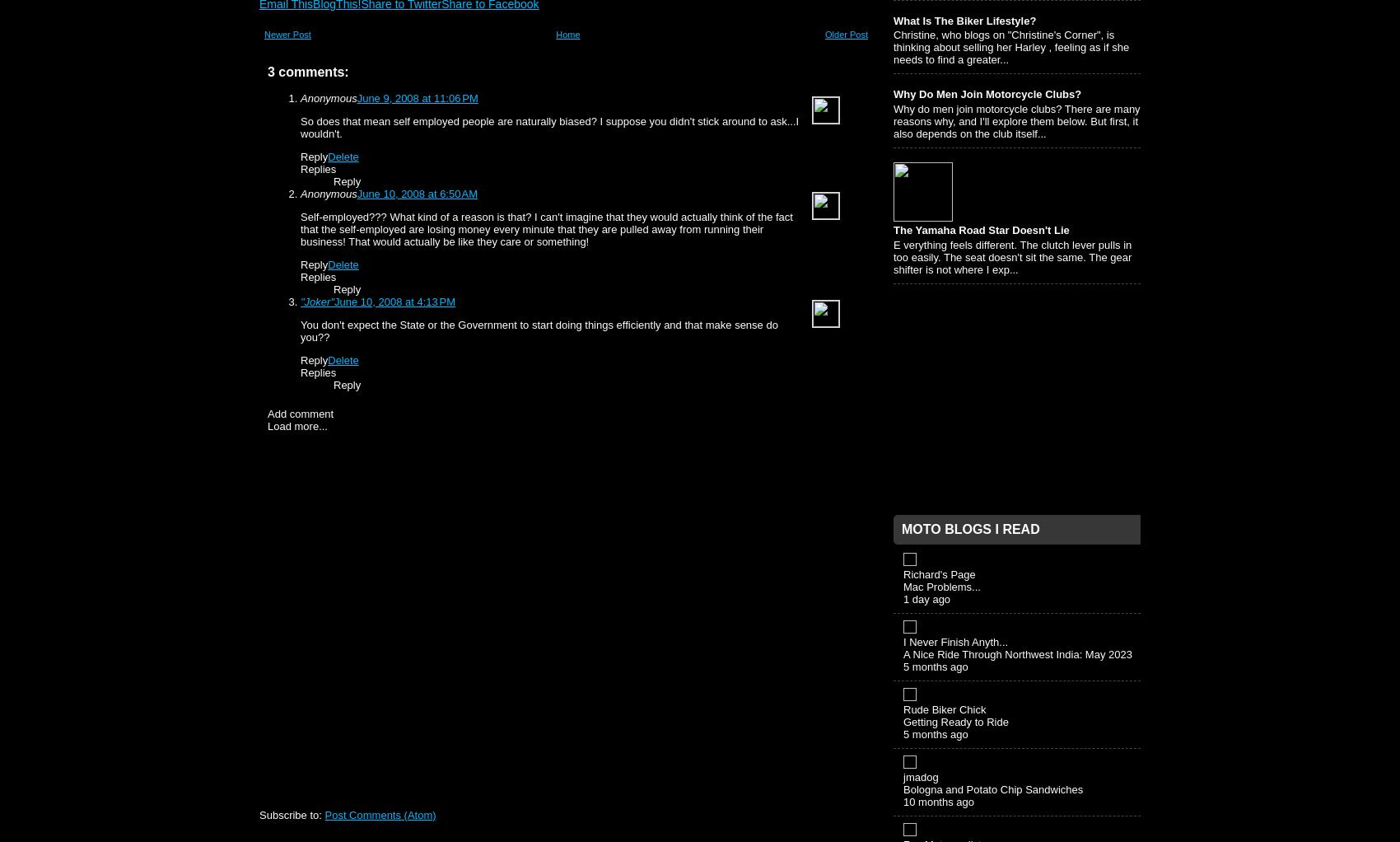 This screenshot has width=1400, height=842. What do you see at coordinates (267, 71) in the screenshot?
I see `'3 comments:'` at bounding box center [267, 71].